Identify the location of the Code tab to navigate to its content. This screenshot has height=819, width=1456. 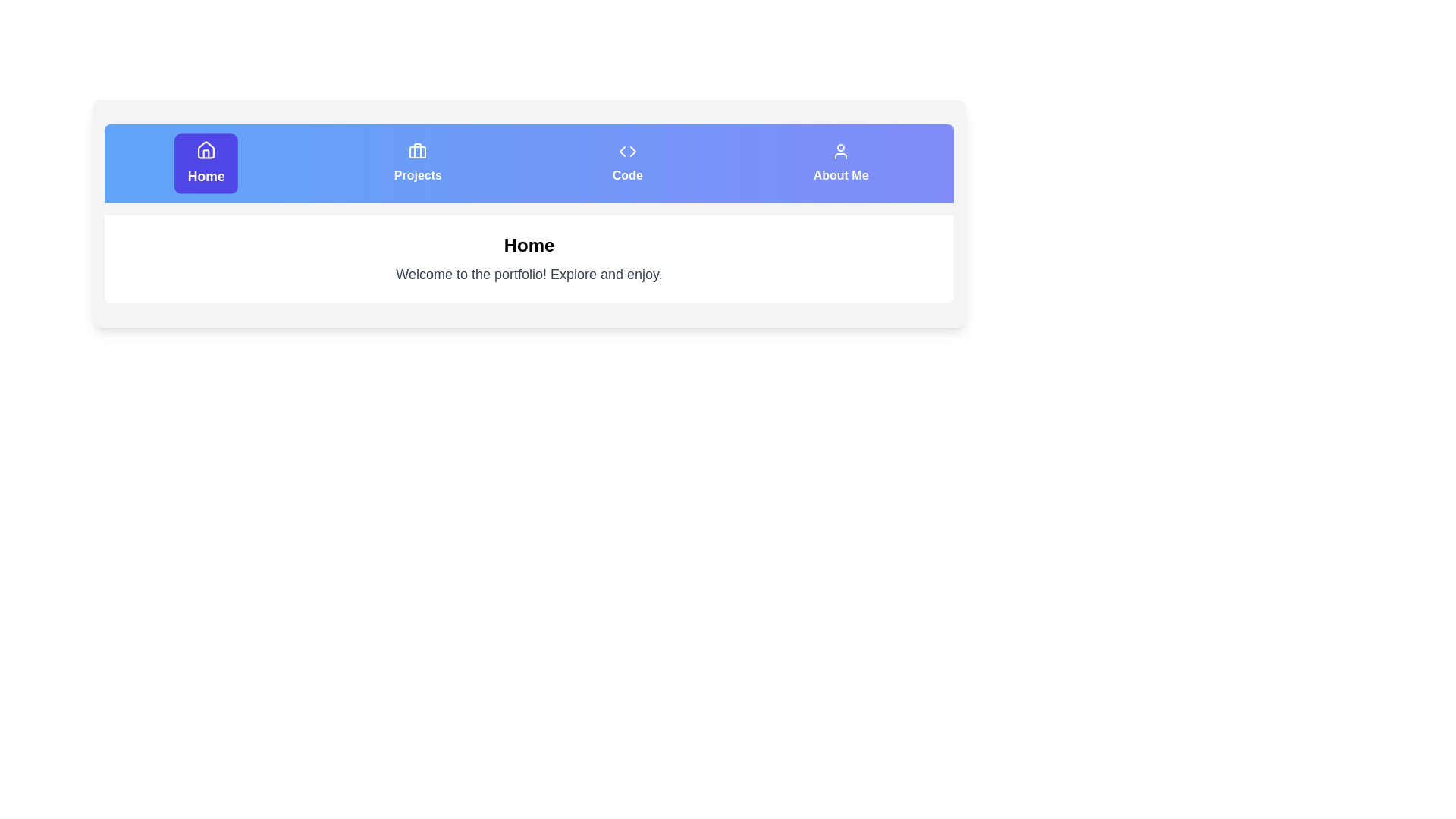
(626, 164).